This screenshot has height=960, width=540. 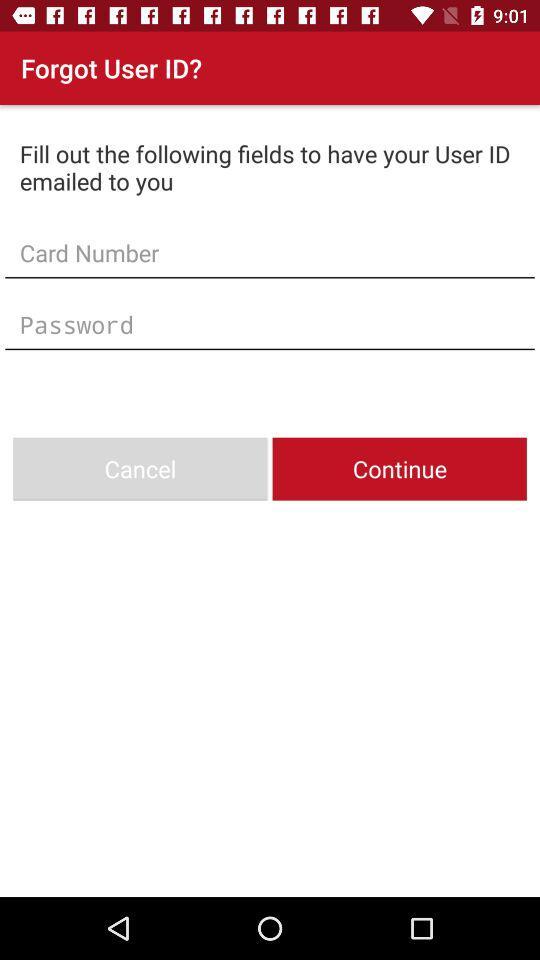 What do you see at coordinates (399, 469) in the screenshot?
I see `the icon to the right of cancel icon` at bounding box center [399, 469].